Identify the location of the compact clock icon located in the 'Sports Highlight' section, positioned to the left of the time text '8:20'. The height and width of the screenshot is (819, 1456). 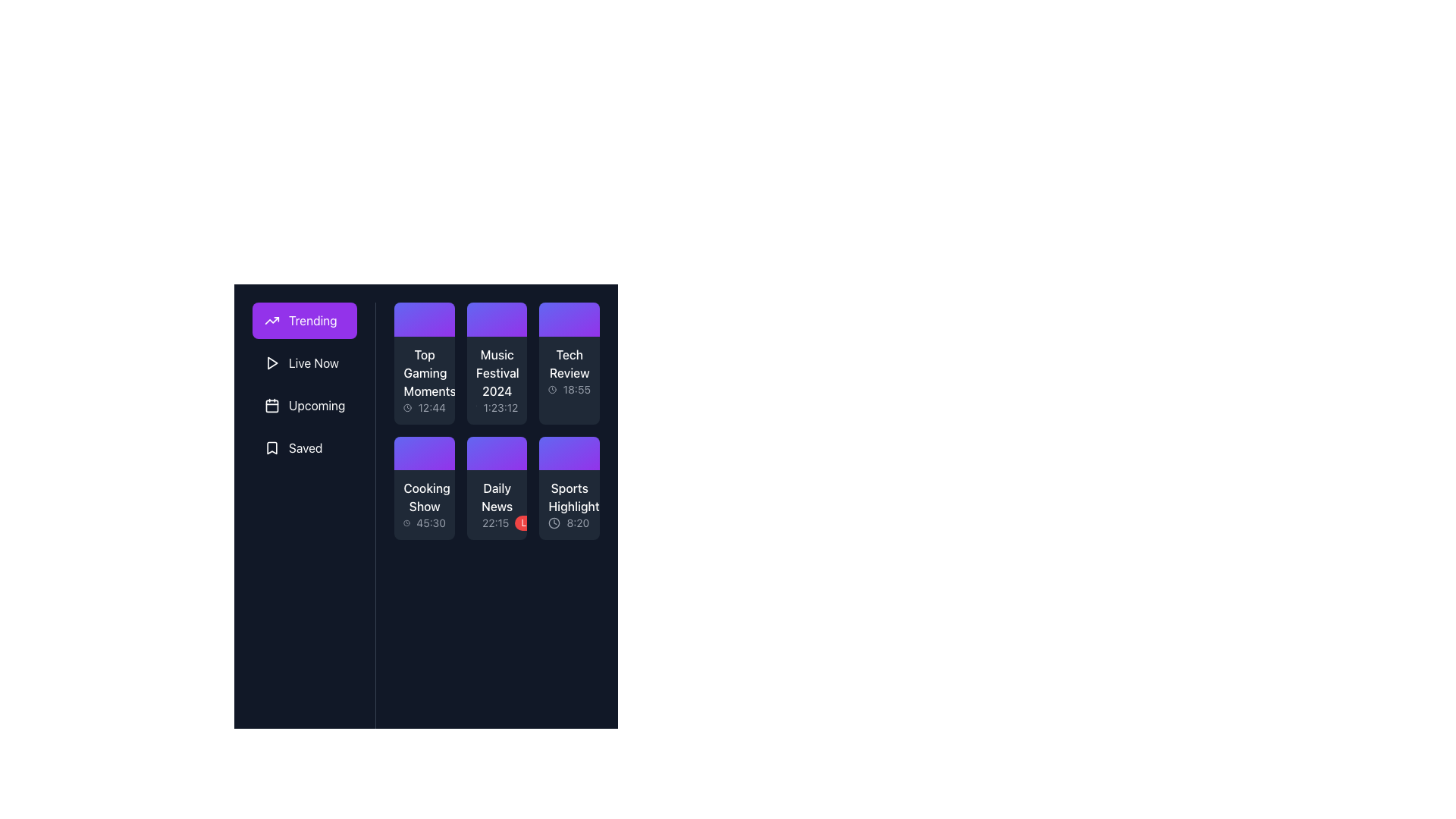
(554, 522).